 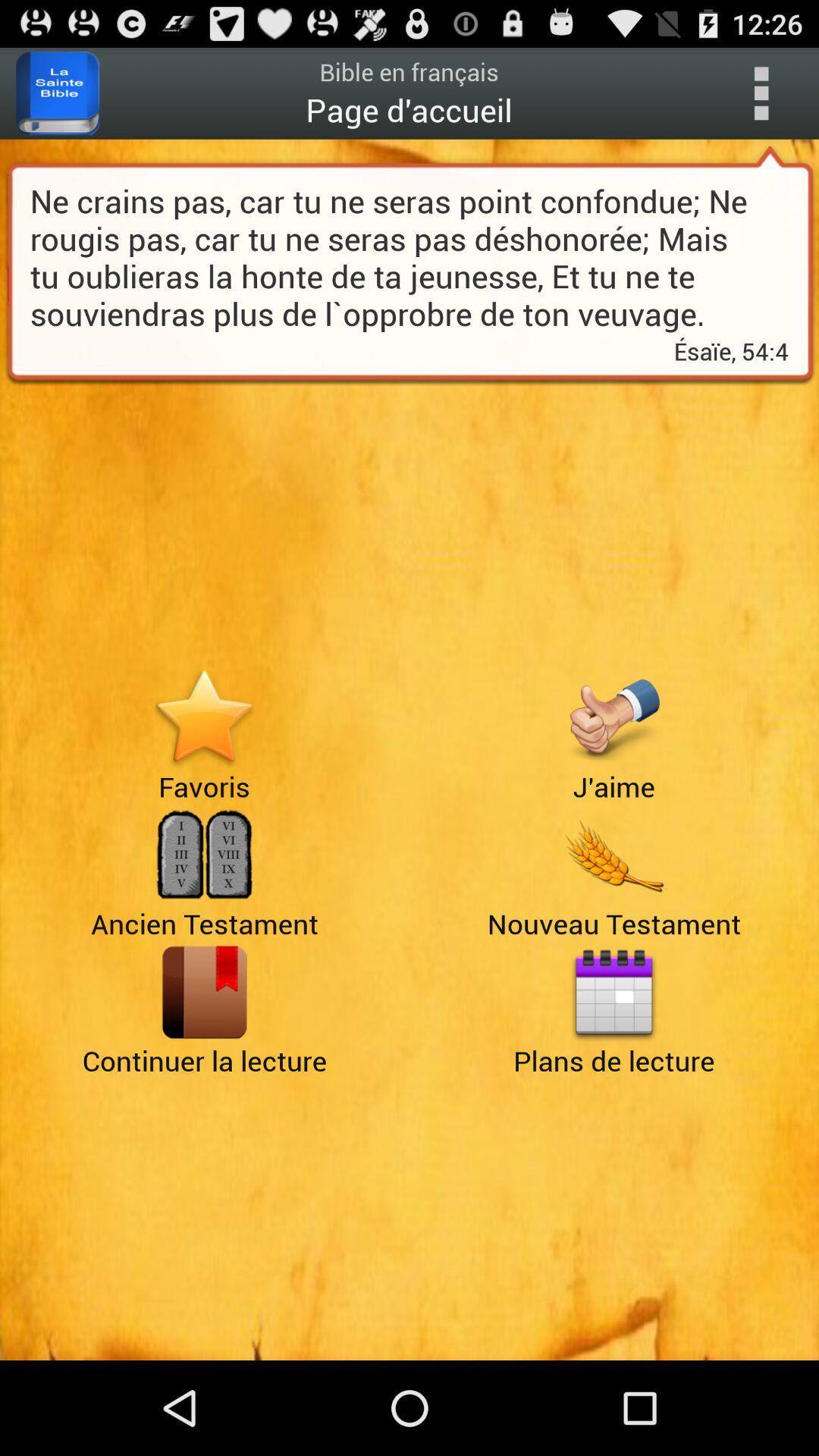 What do you see at coordinates (203, 1061) in the screenshot?
I see `the book icon` at bounding box center [203, 1061].